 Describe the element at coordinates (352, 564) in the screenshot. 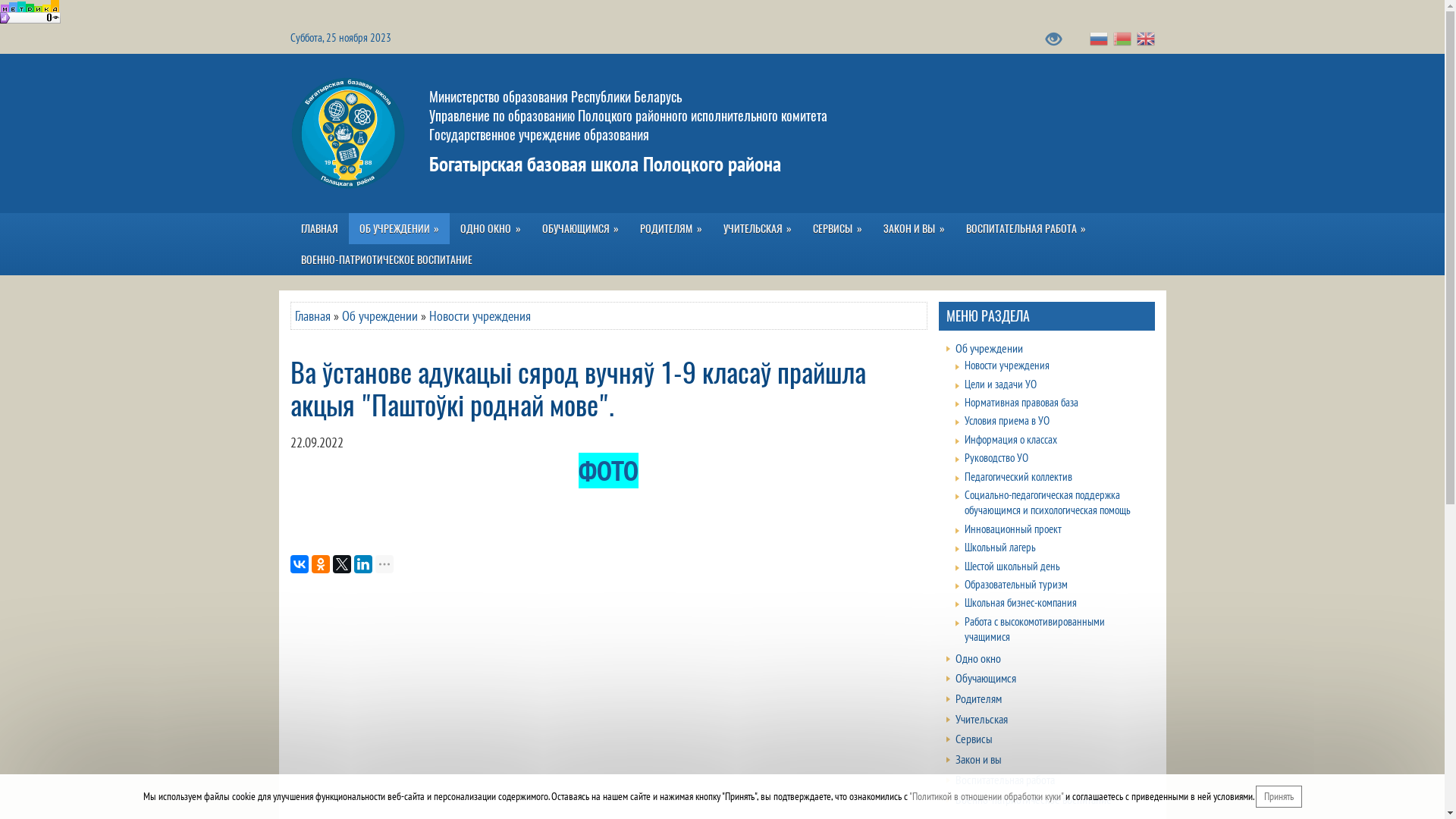

I see `'LinkedIn'` at that location.